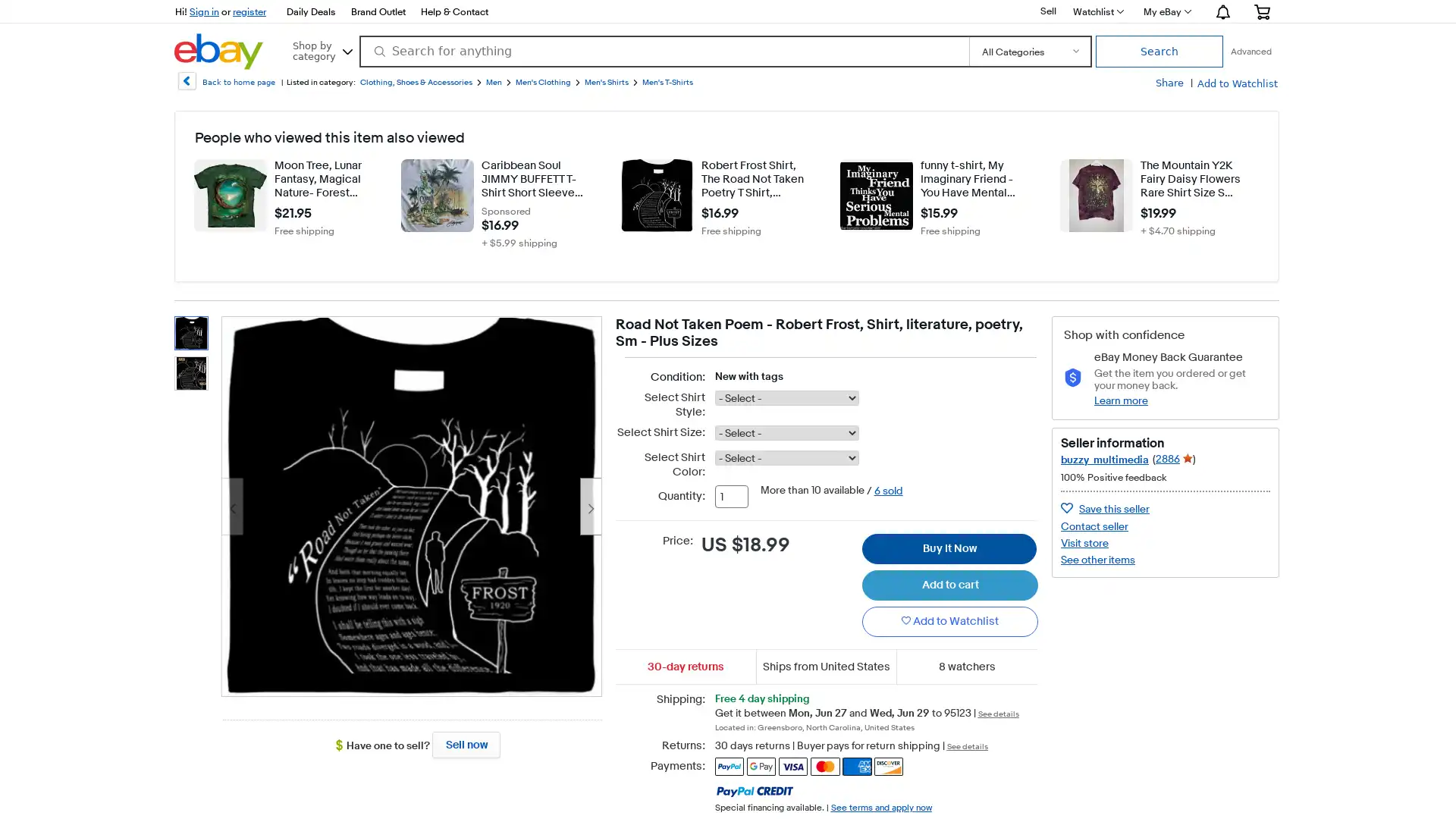 The image size is (1456, 819). Describe the element at coordinates (1222, 11) in the screenshot. I see `Notification` at that location.